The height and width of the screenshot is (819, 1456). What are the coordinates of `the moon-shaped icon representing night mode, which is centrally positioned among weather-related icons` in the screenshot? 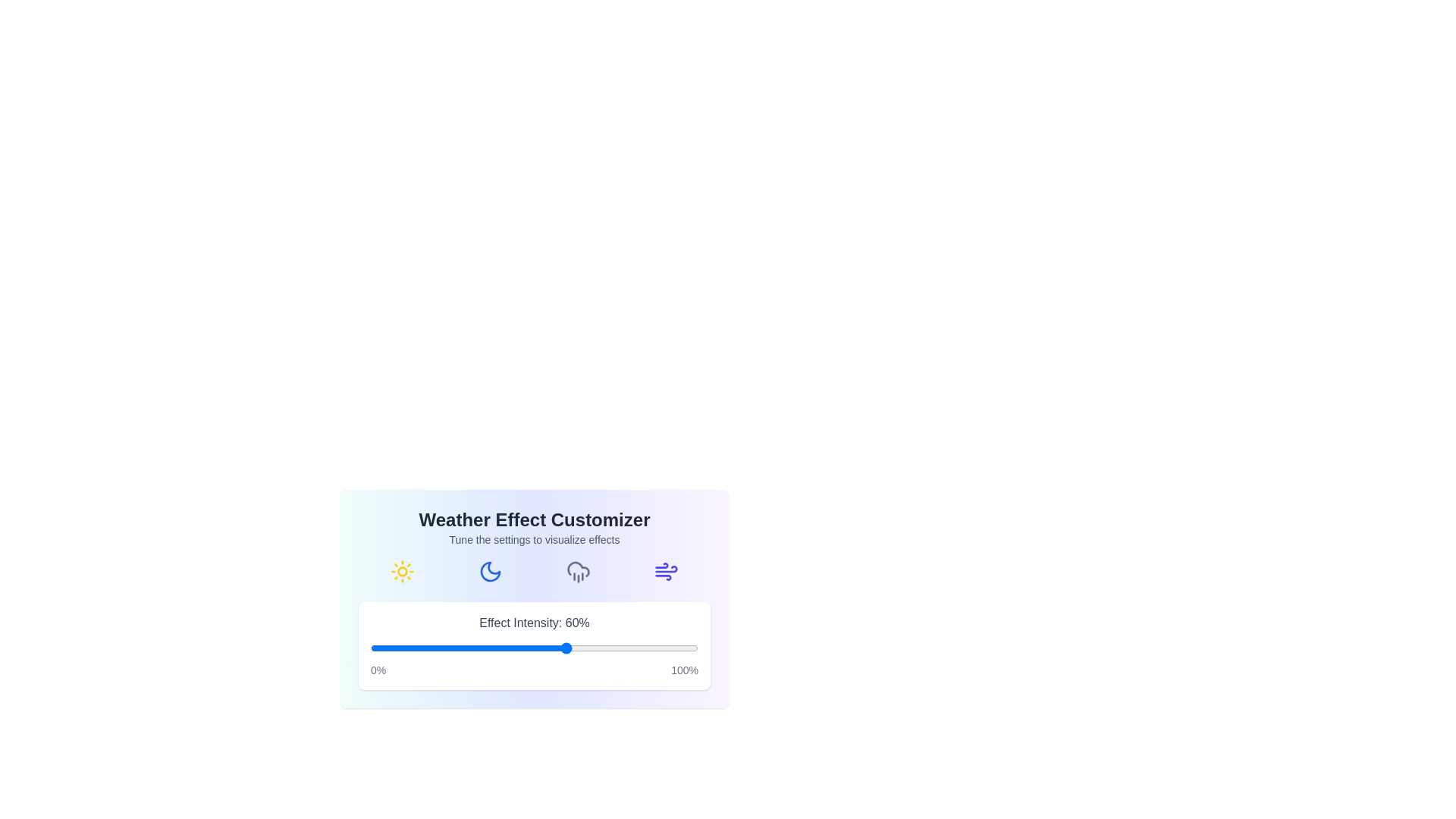 It's located at (491, 571).